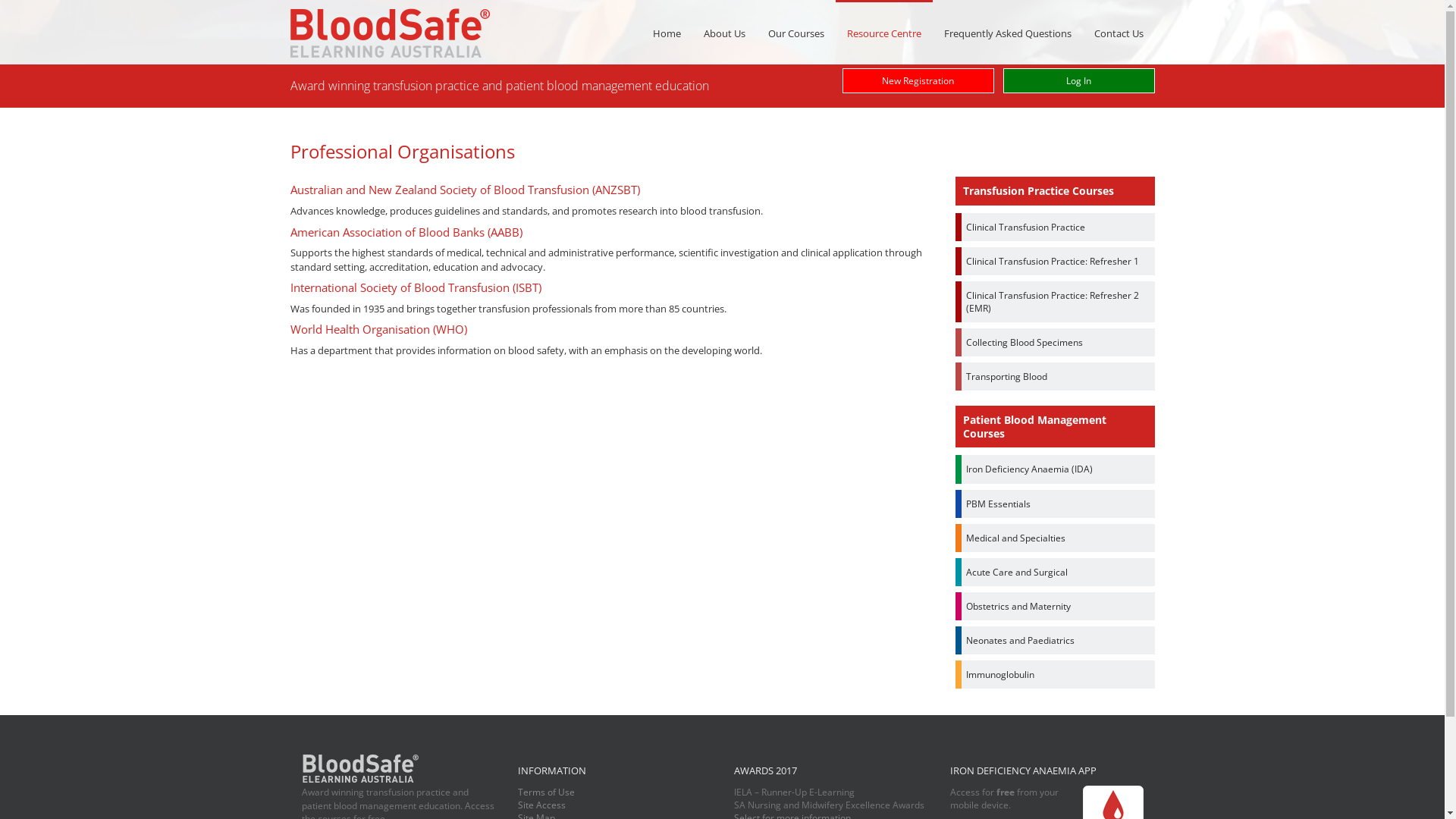 The height and width of the screenshot is (819, 1456). I want to click on 'Home', so click(667, 33).